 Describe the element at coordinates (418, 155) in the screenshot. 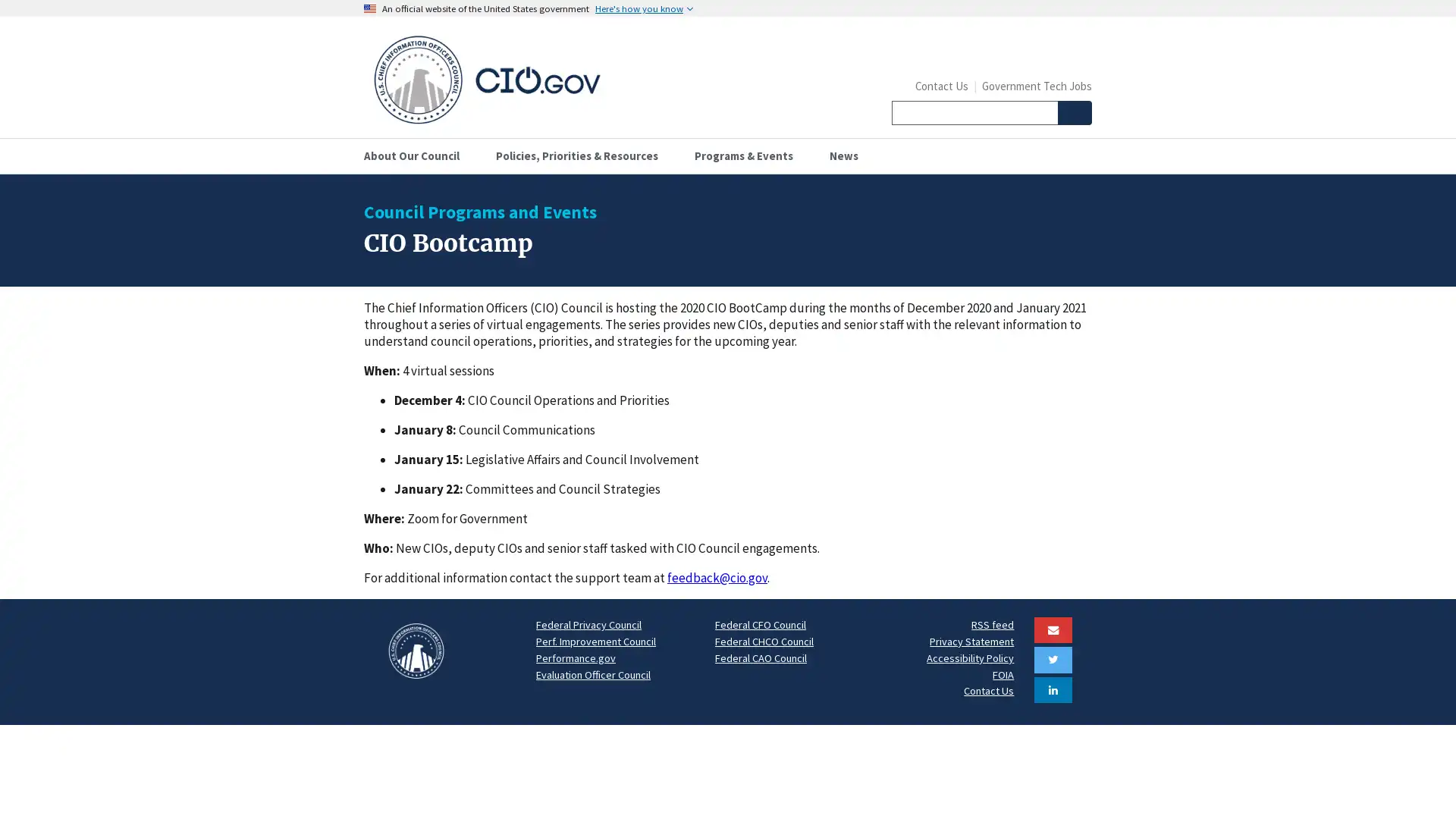

I see `About Our Council` at that location.